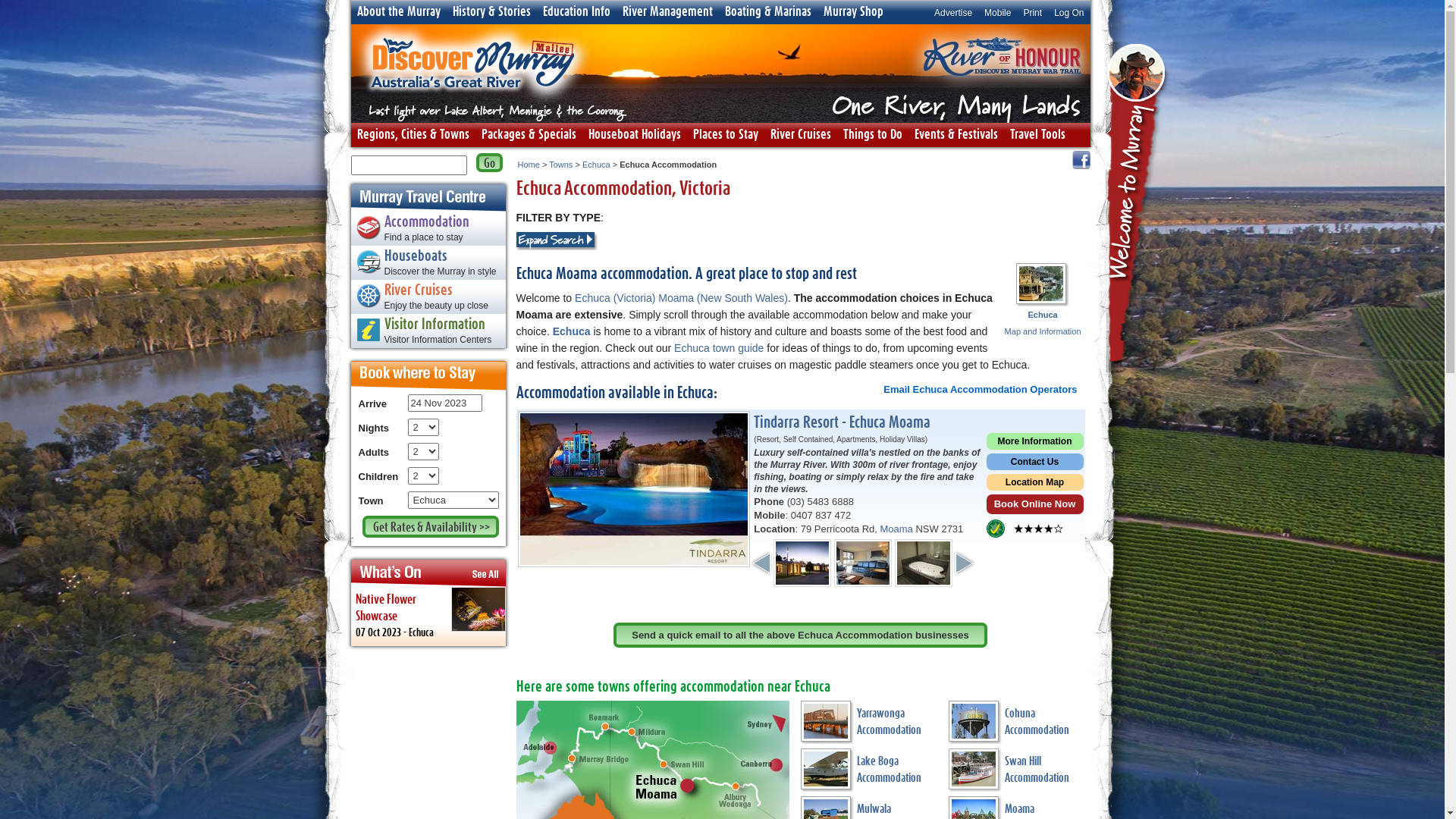 This screenshot has height=819, width=1456. Describe the element at coordinates (994, 528) in the screenshot. I see `'Accredited Tourism Business'` at that location.